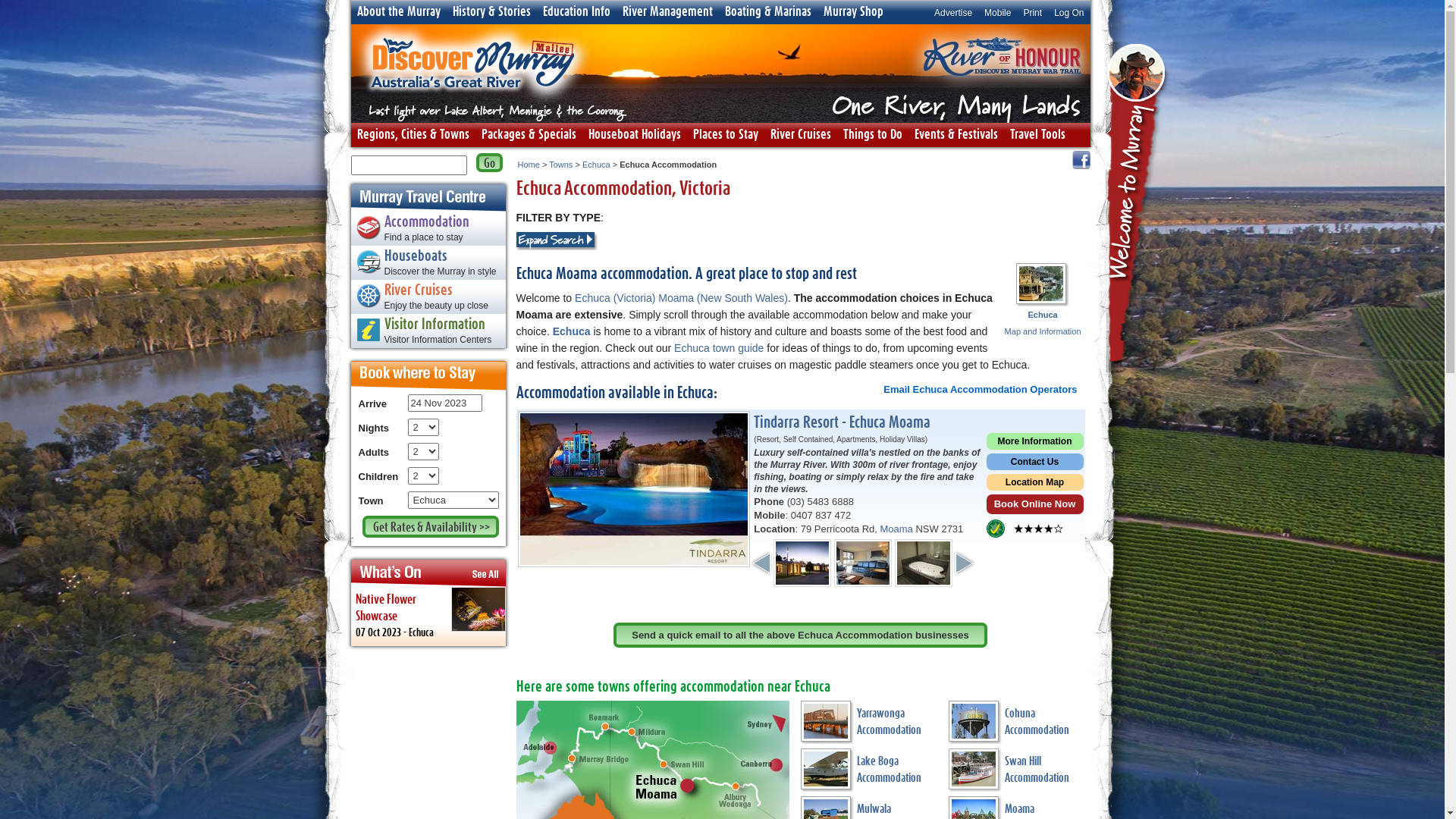 This screenshot has height=819, width=1456. Describe the element at coordinates (994, 528) in the screenshot. I see `'Accredited Tourism Business'` at that location.